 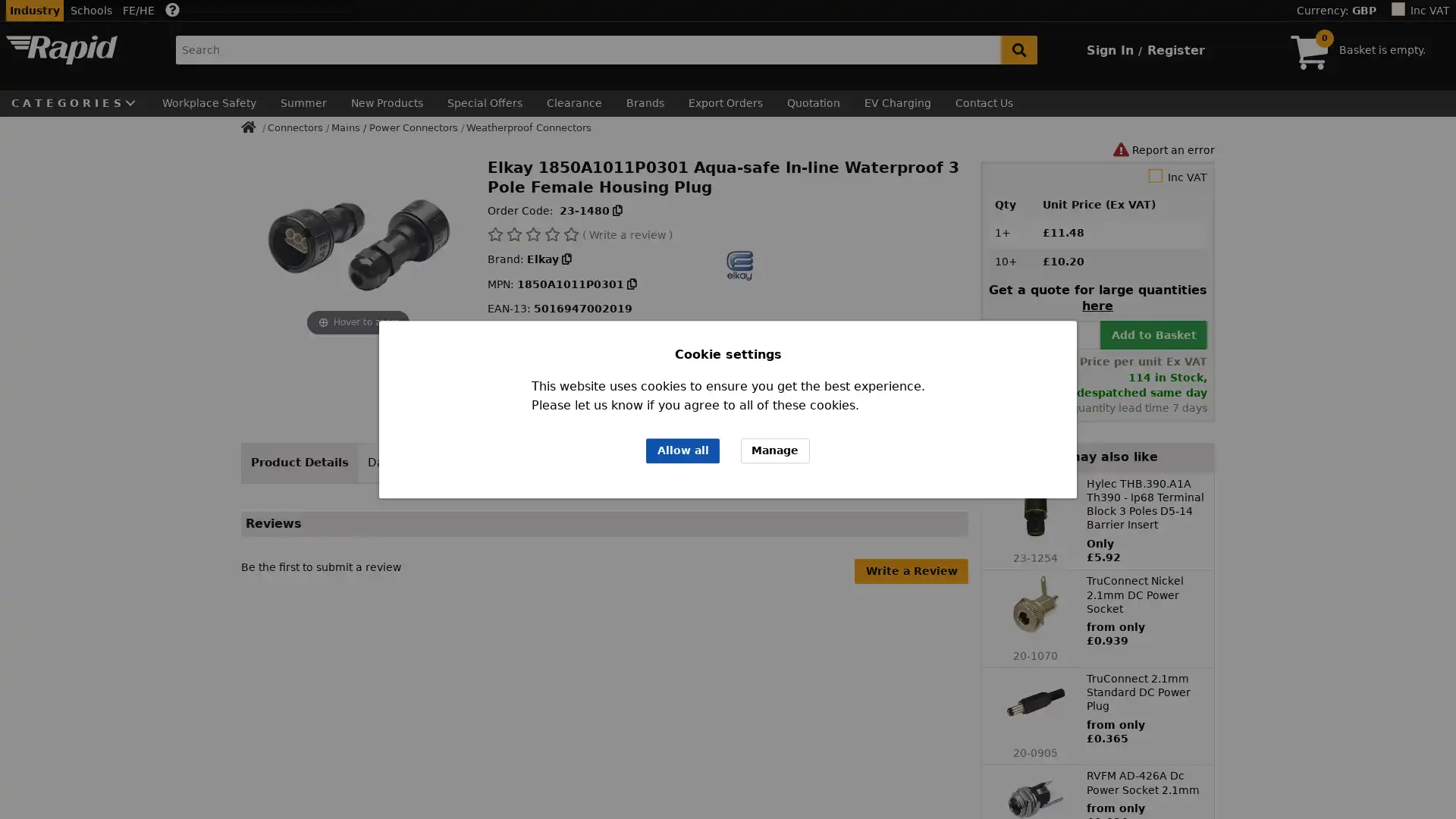 What do you see at coordinates (1153, 333) in the screenshot?
I see `Add to Basket` at bounding box center [1153, 333].